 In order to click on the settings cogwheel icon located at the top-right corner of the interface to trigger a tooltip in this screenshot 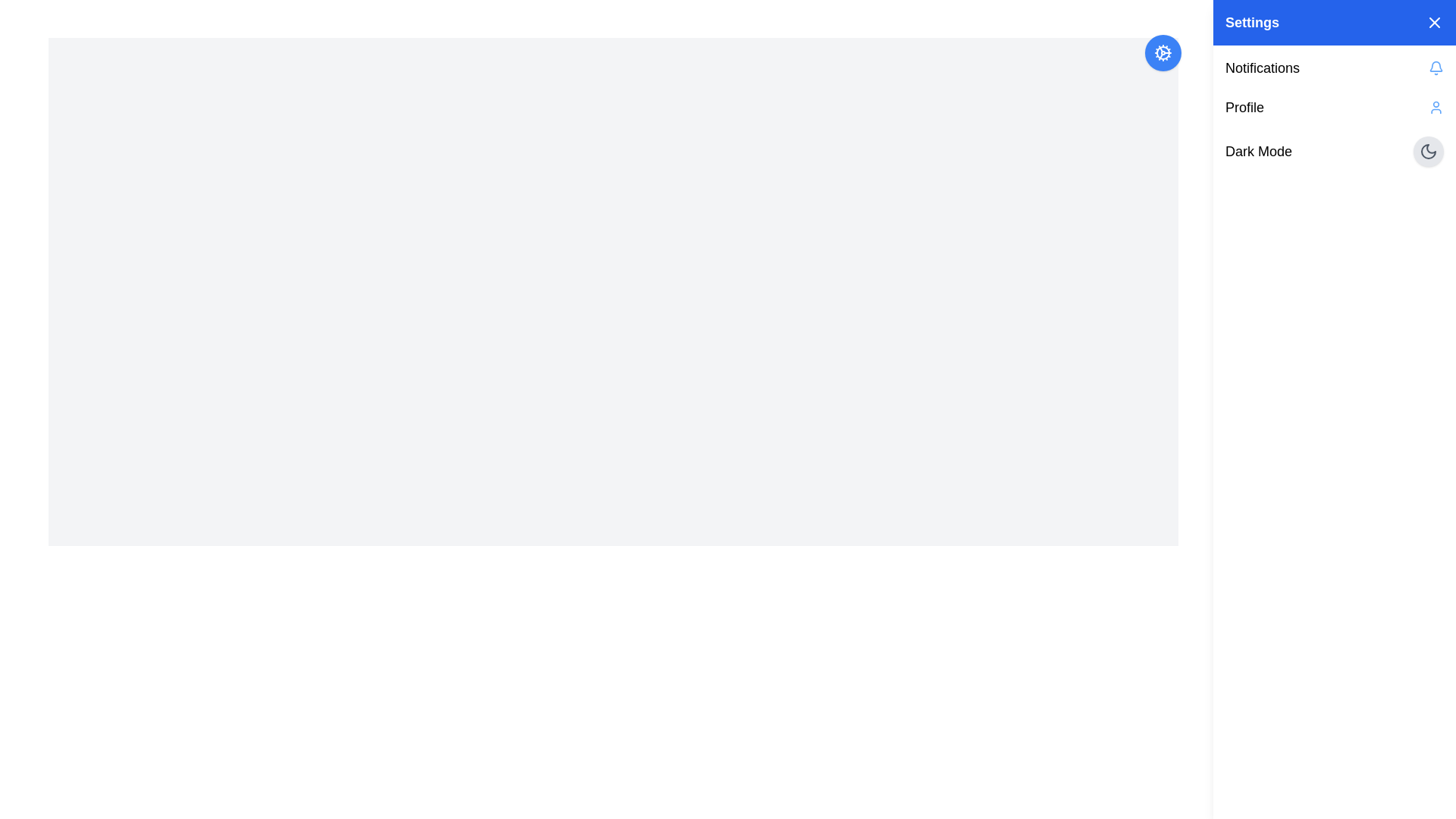, I will do `click(1163, 52)`.